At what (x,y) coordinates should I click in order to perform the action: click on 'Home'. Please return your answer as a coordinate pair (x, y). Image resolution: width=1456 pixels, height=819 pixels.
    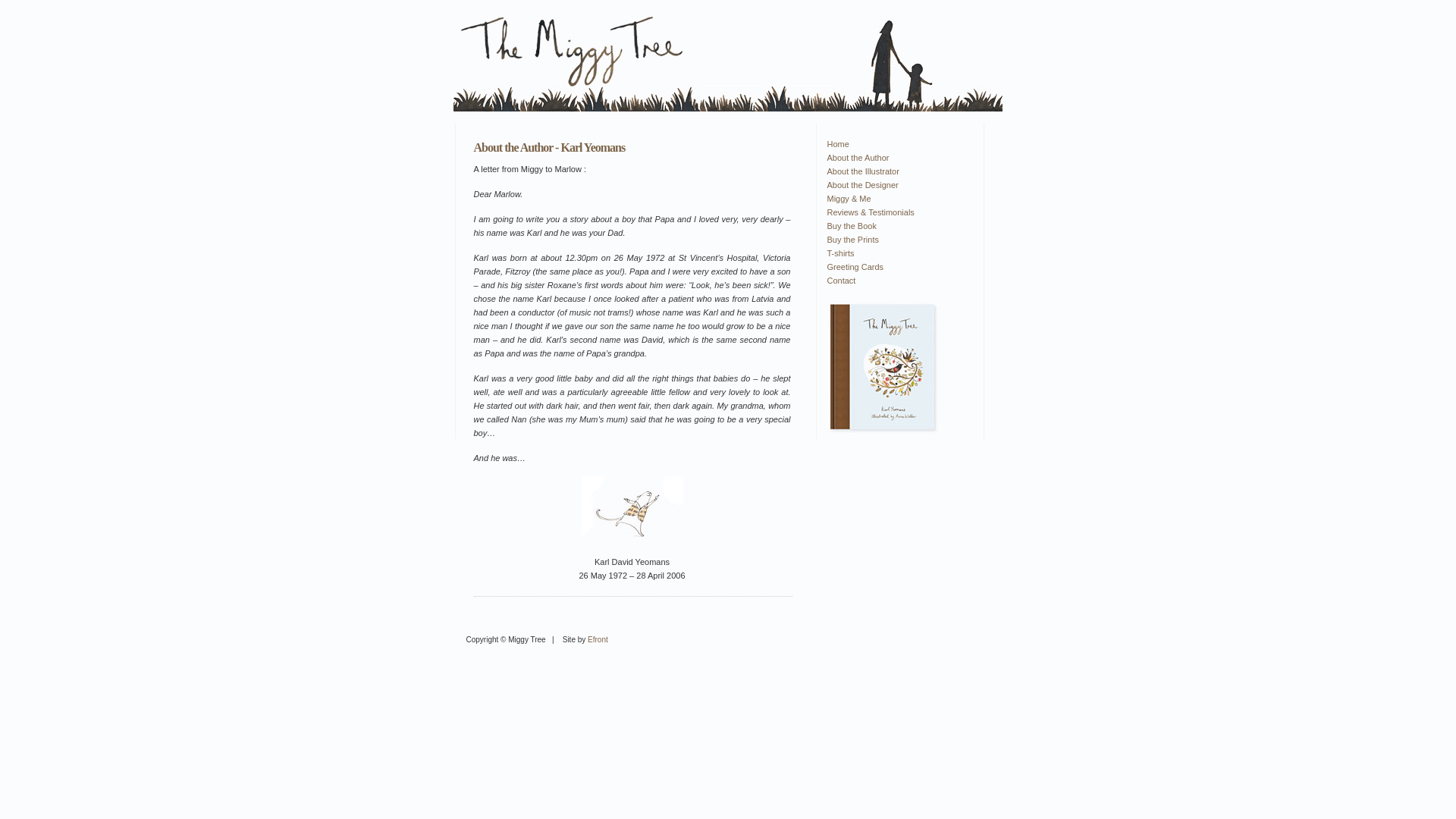
    Looking at the image, I should click on (825, 143).